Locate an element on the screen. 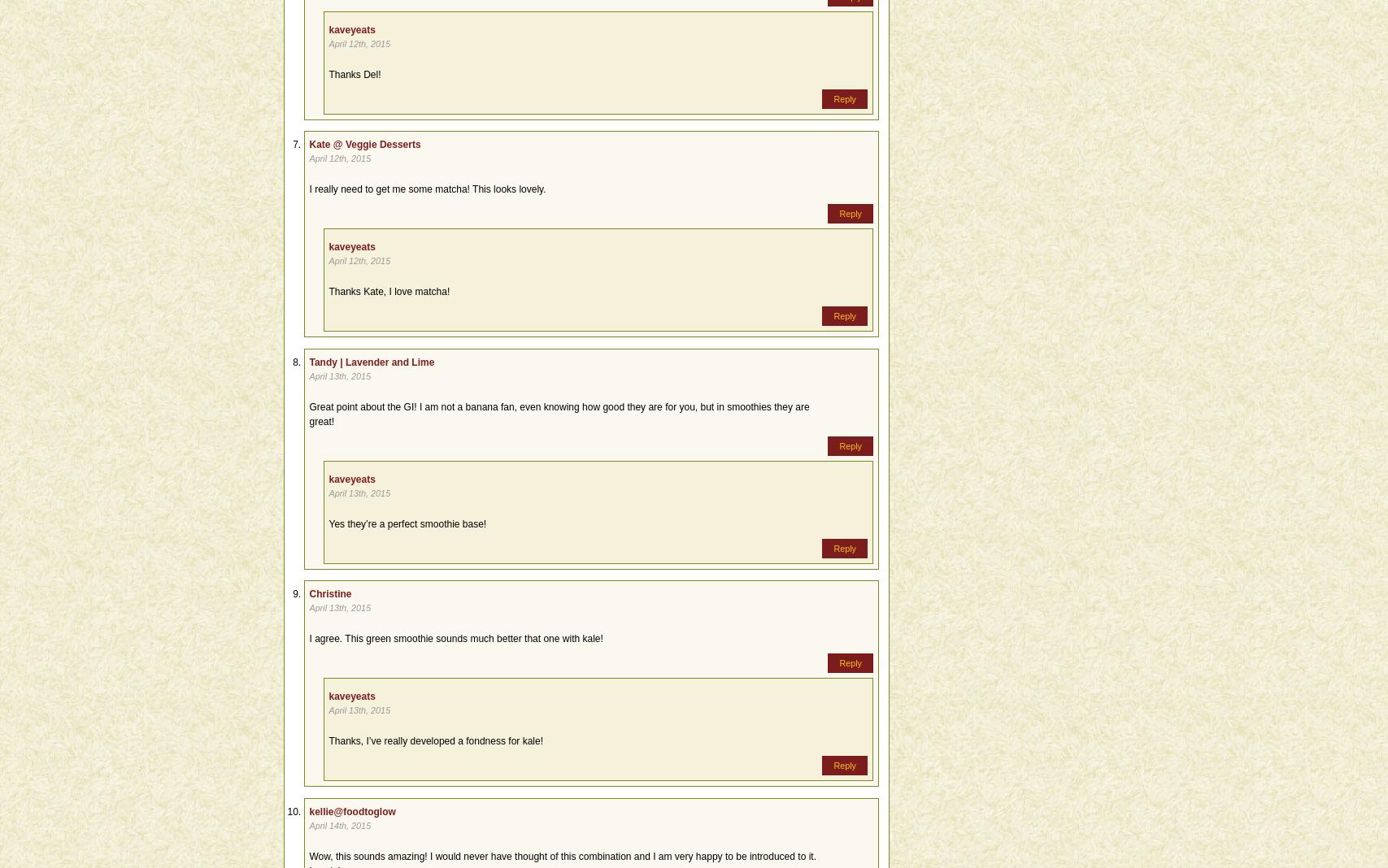 The image size is (1388, 868). 'Thanks, I’ve really developed a fondness for kale!' is located at coordinates (435, 740).